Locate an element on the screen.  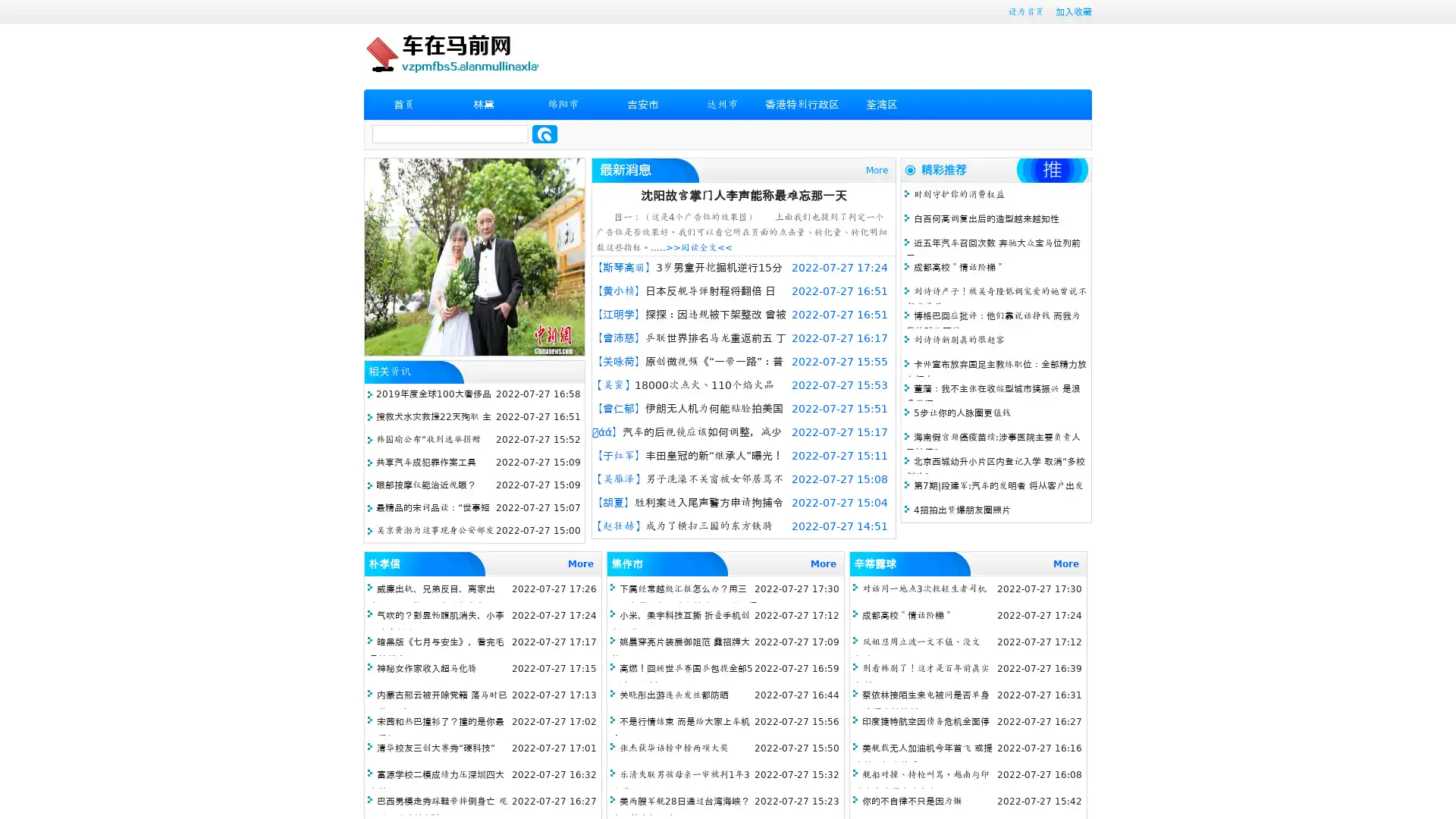
Search is located at coordinates (544, 133).